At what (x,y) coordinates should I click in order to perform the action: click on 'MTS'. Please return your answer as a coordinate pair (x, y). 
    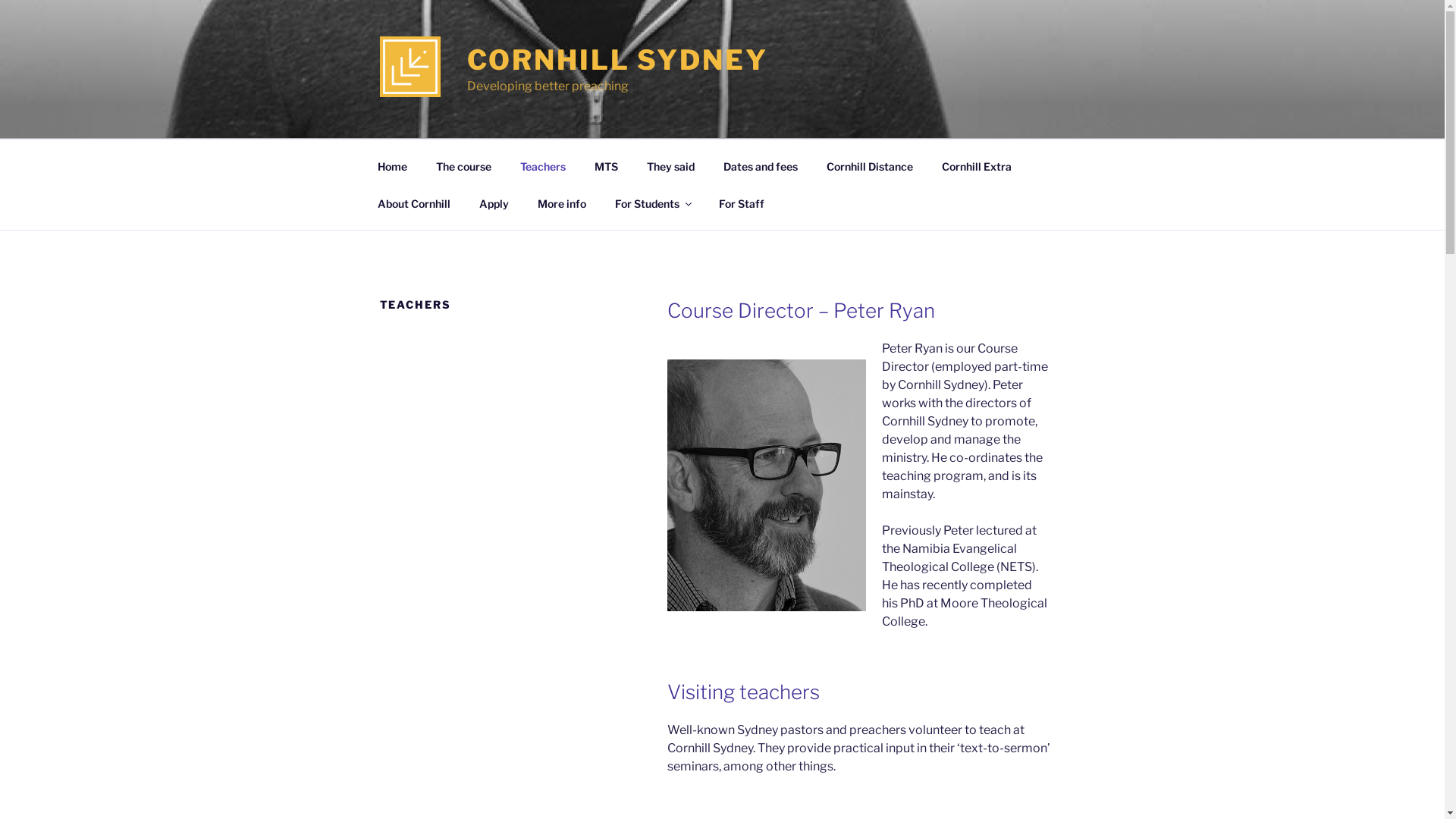
    Looking at the image, I should click on (604, 165).